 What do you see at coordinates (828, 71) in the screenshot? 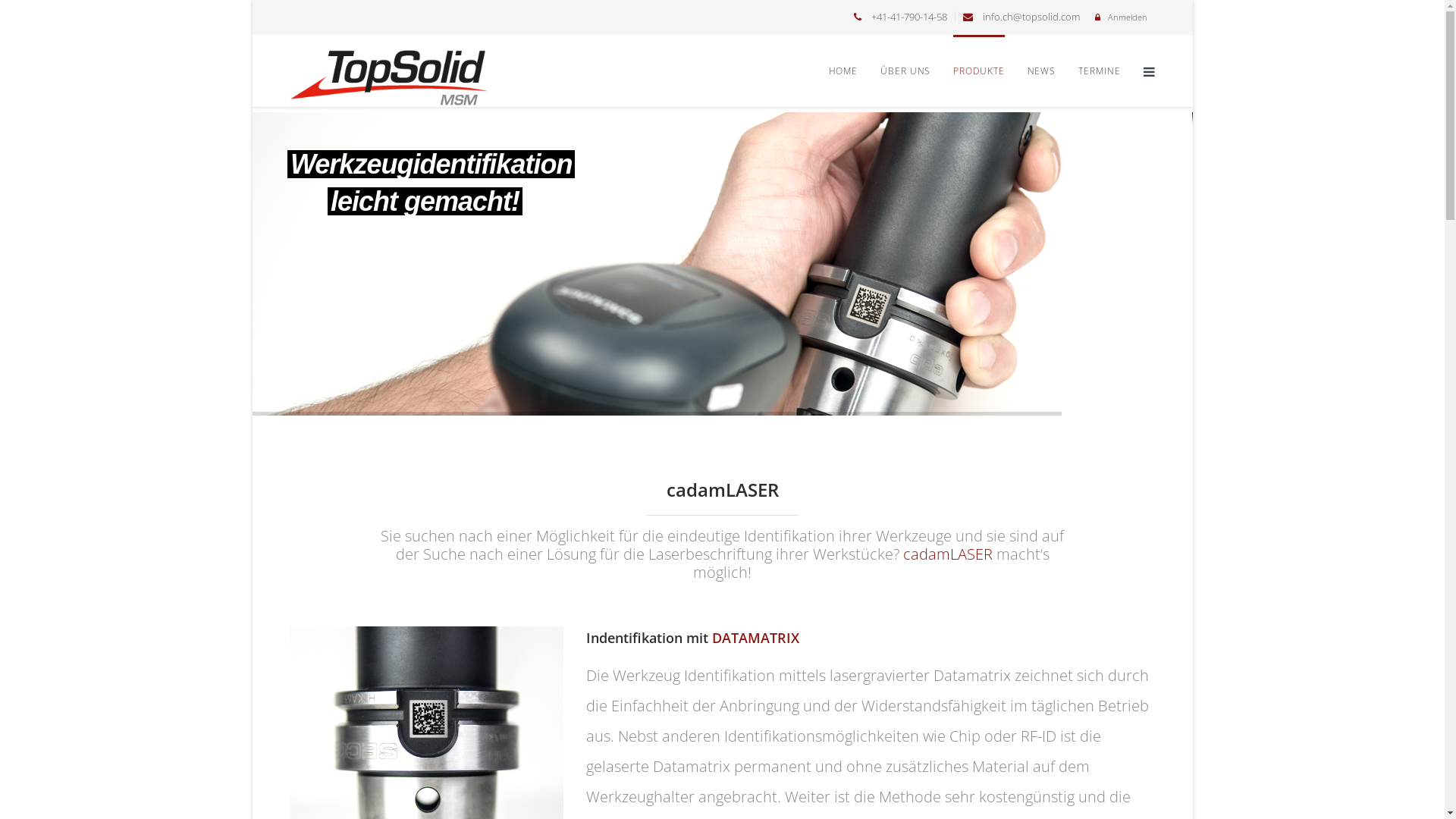
I see `'HOME'` at bounding box center [828, 71].